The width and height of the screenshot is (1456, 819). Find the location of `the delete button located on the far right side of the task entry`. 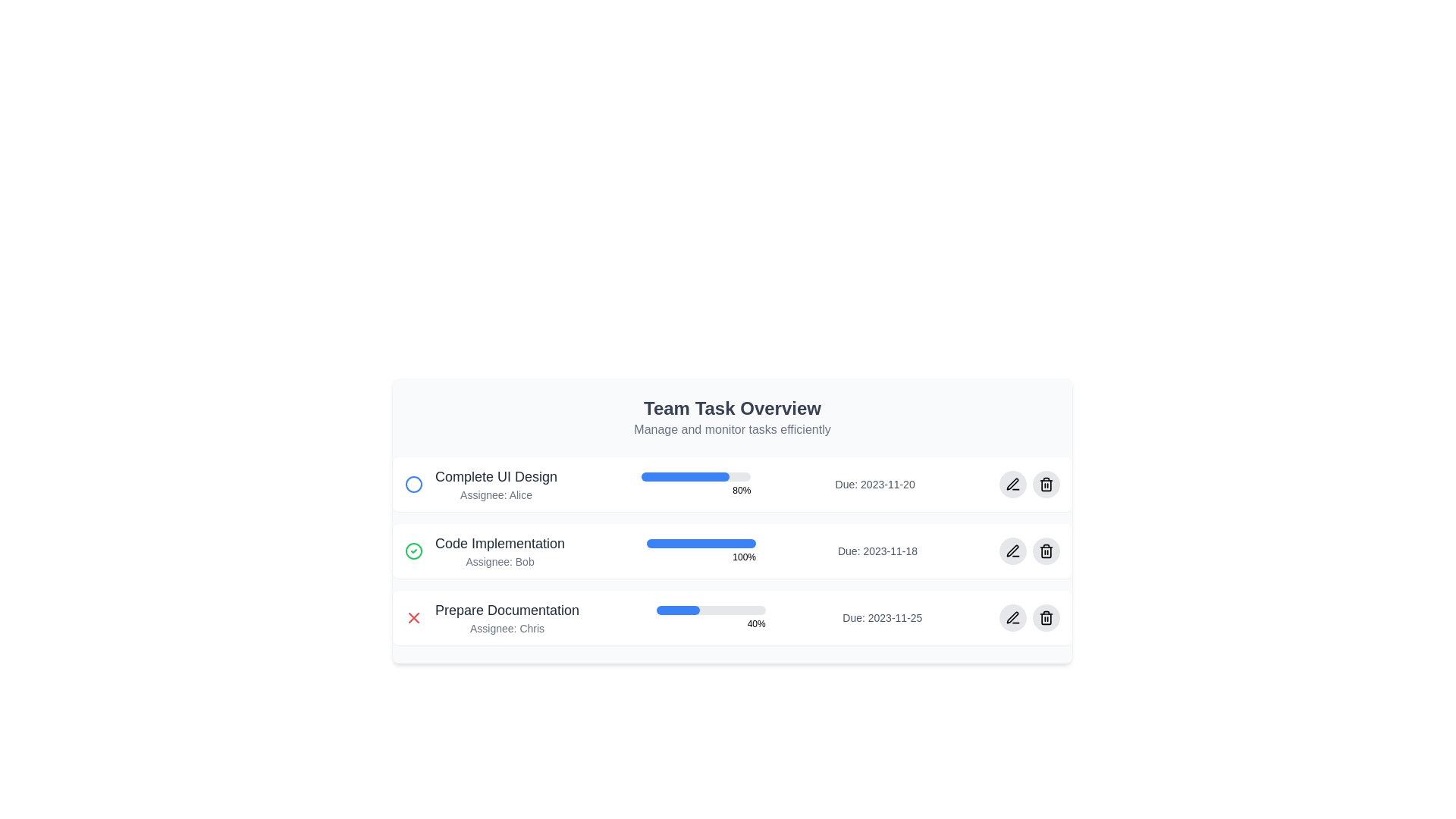

the delete button located on the far right side of the task entry is located at coordinates (1045, 617).